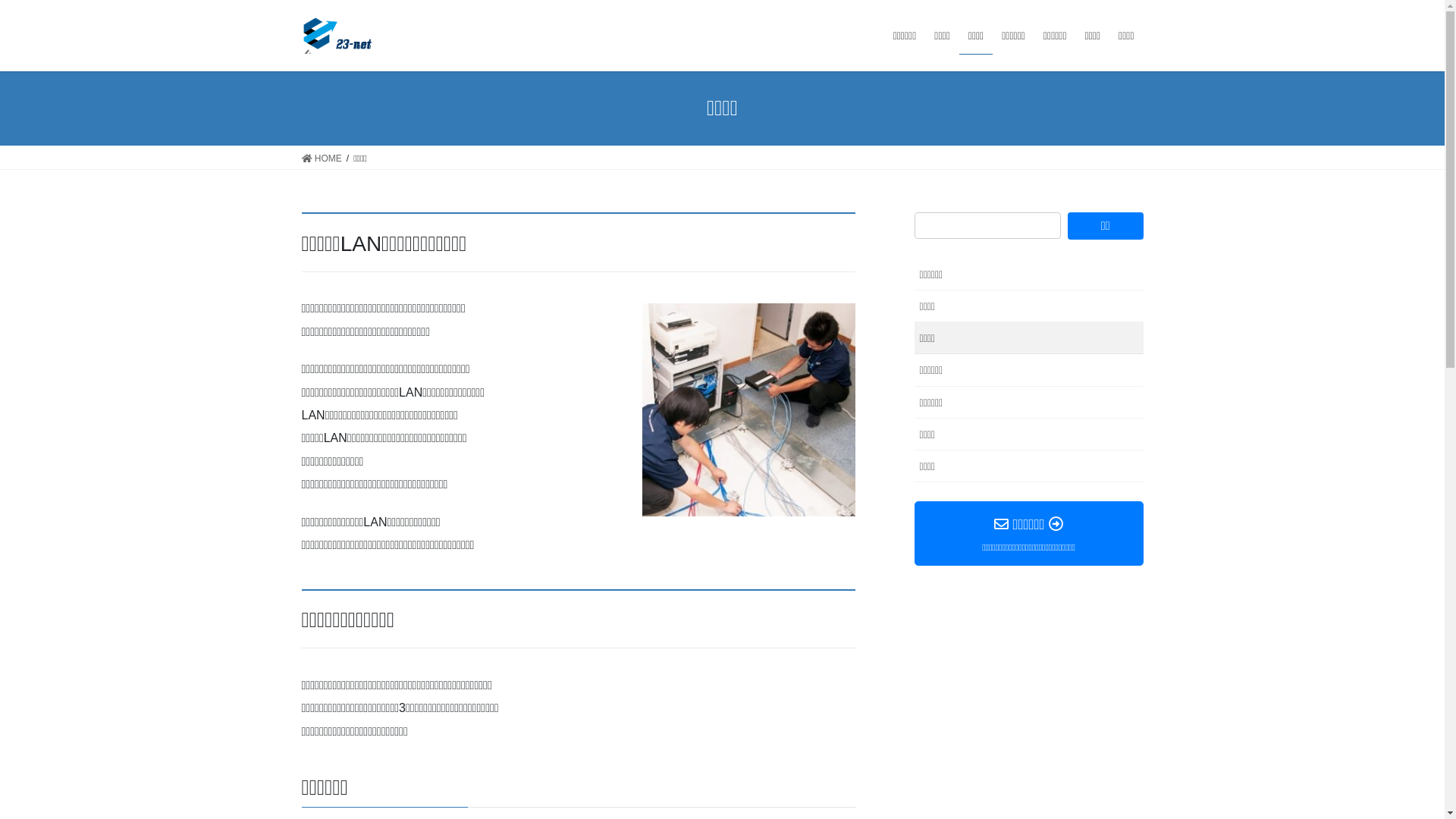 The height and width of the screenshot is (819, 1456). I want to click on 'HOME', so click(302, 158).